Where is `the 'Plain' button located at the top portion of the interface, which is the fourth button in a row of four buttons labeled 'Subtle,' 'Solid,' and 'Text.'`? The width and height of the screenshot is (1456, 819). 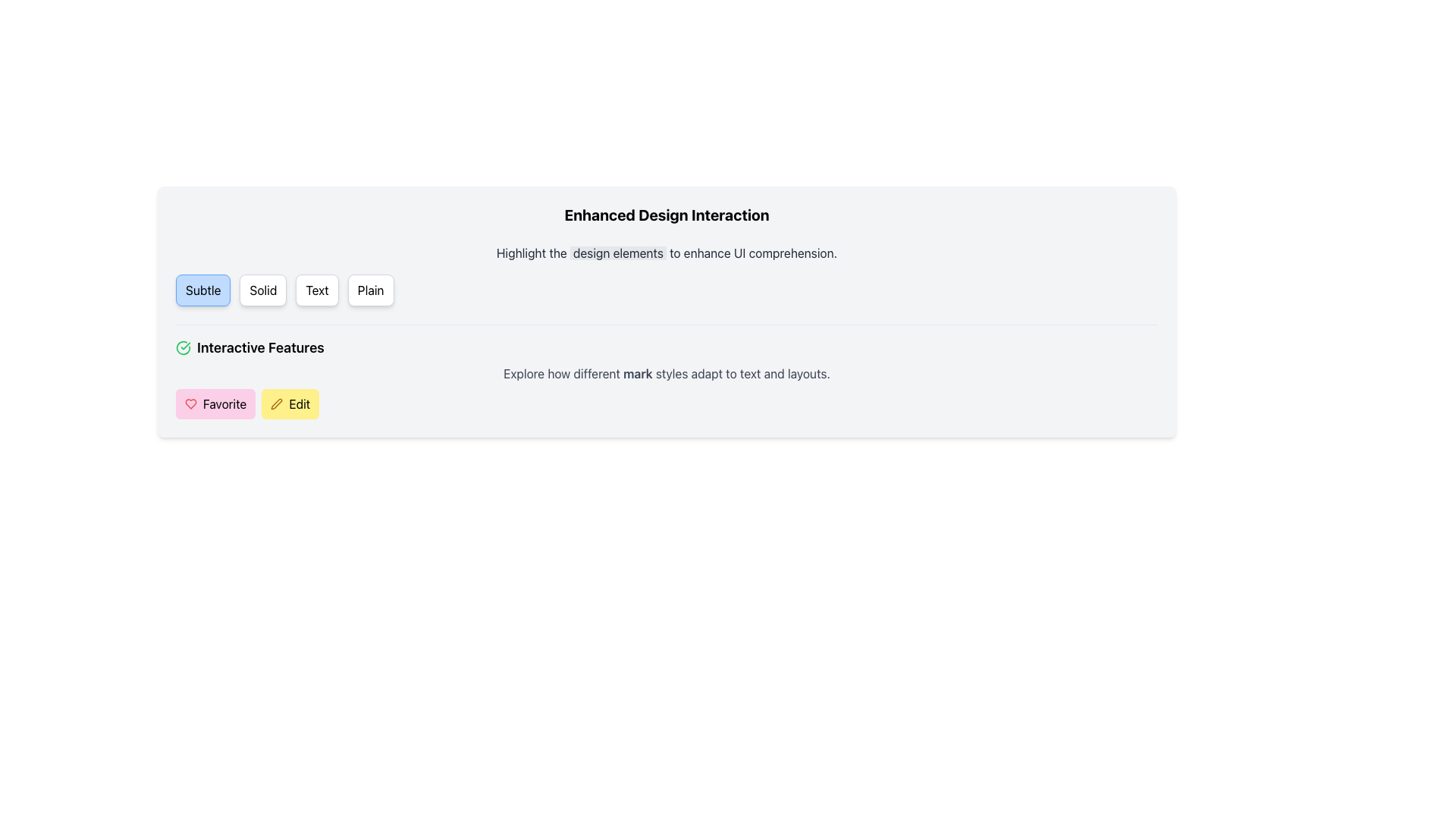 the 'Plain' button located at the top portion of the interface, which is the fourth button in a row of four buttons labeled 'Subtle,' 'Solid,' and 'Text.' is located at coordinates (371, 290).